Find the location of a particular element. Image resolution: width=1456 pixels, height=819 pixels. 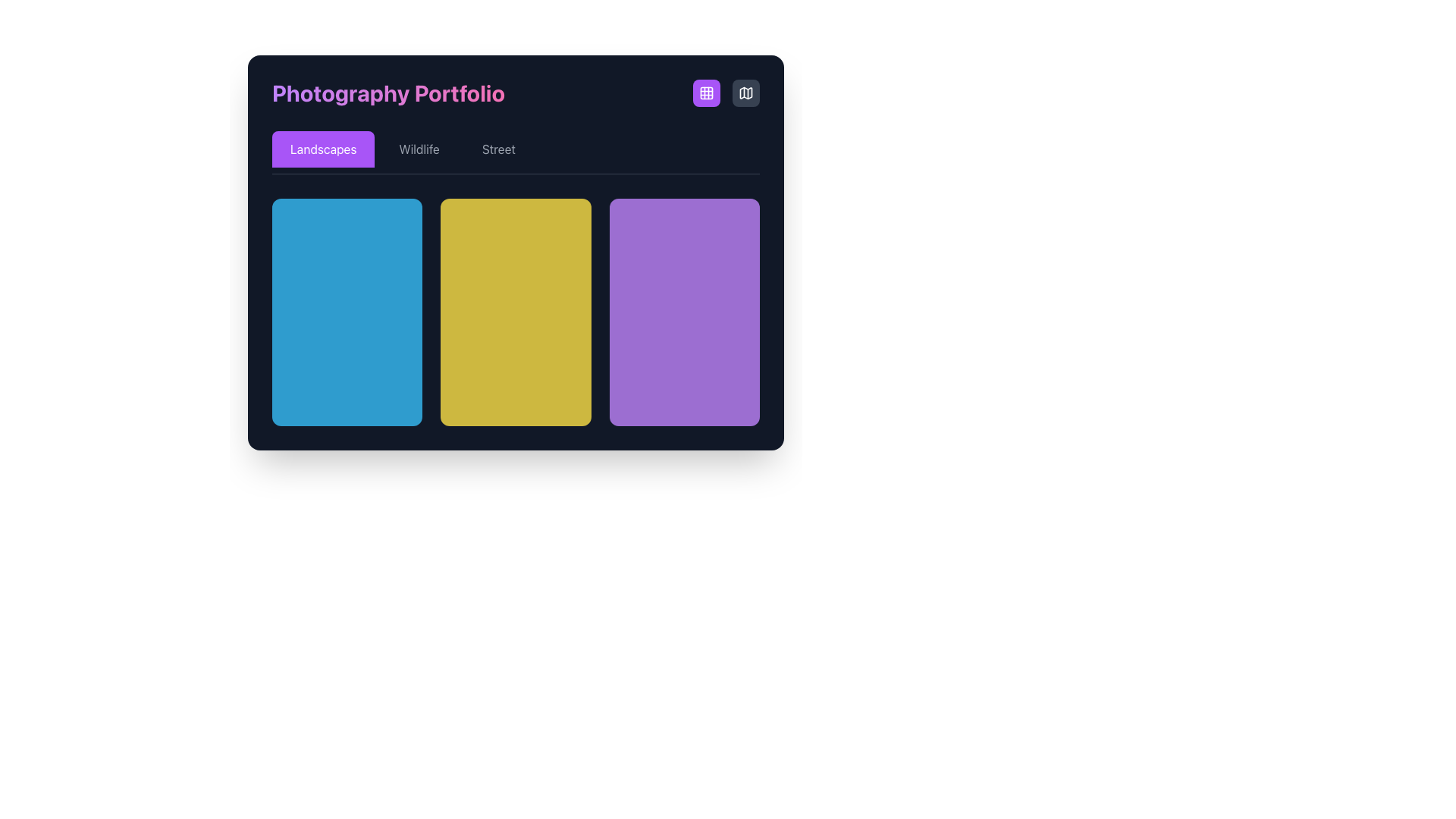

the purple circular button with a grid icon located in the upper-right corner of the user interface to switch views is located at coordinates (726, 93).